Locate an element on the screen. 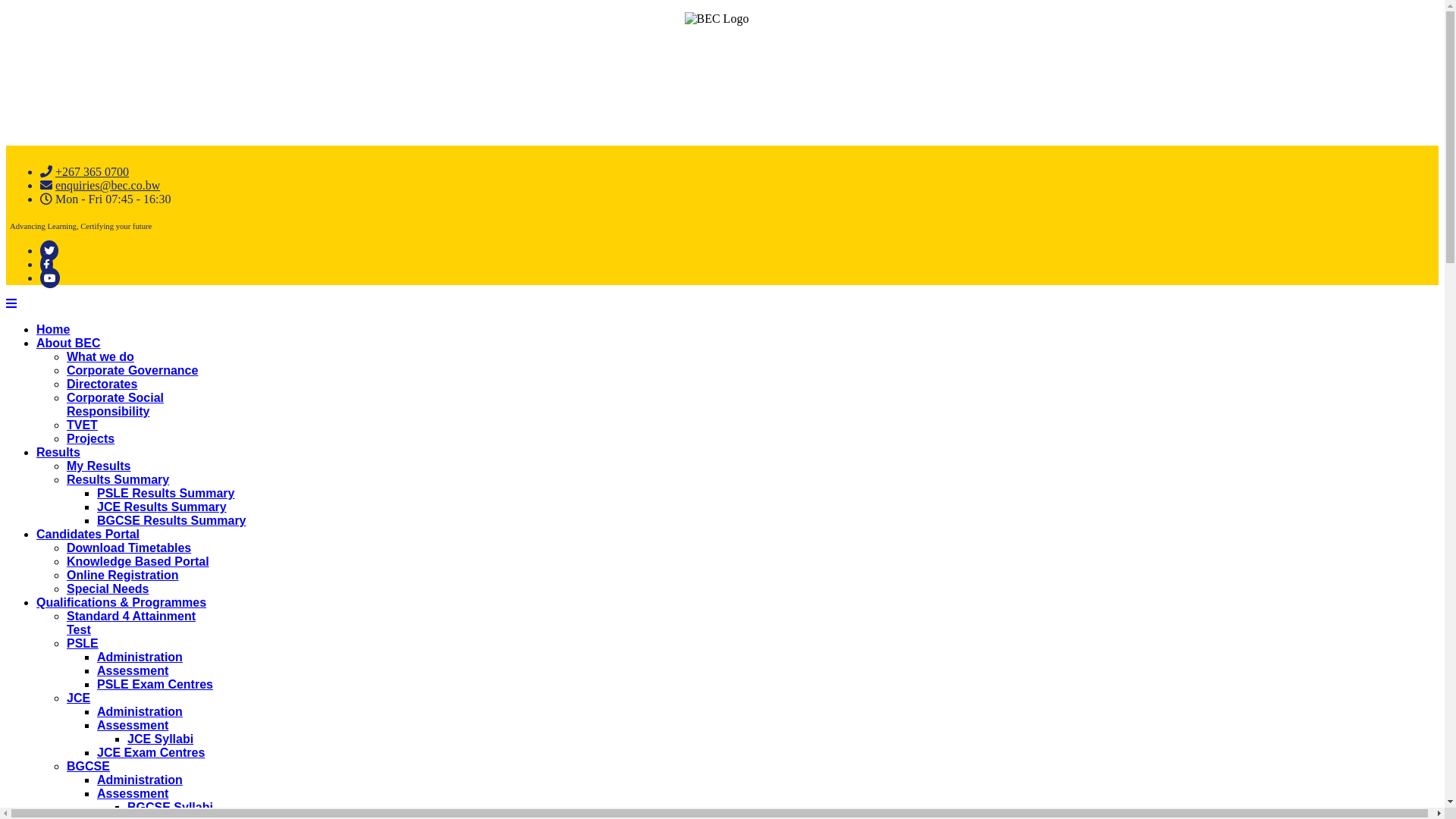 The width and height of the screenshot is (1456, 819). 'PSLE' is located at coordinates (82, 643).